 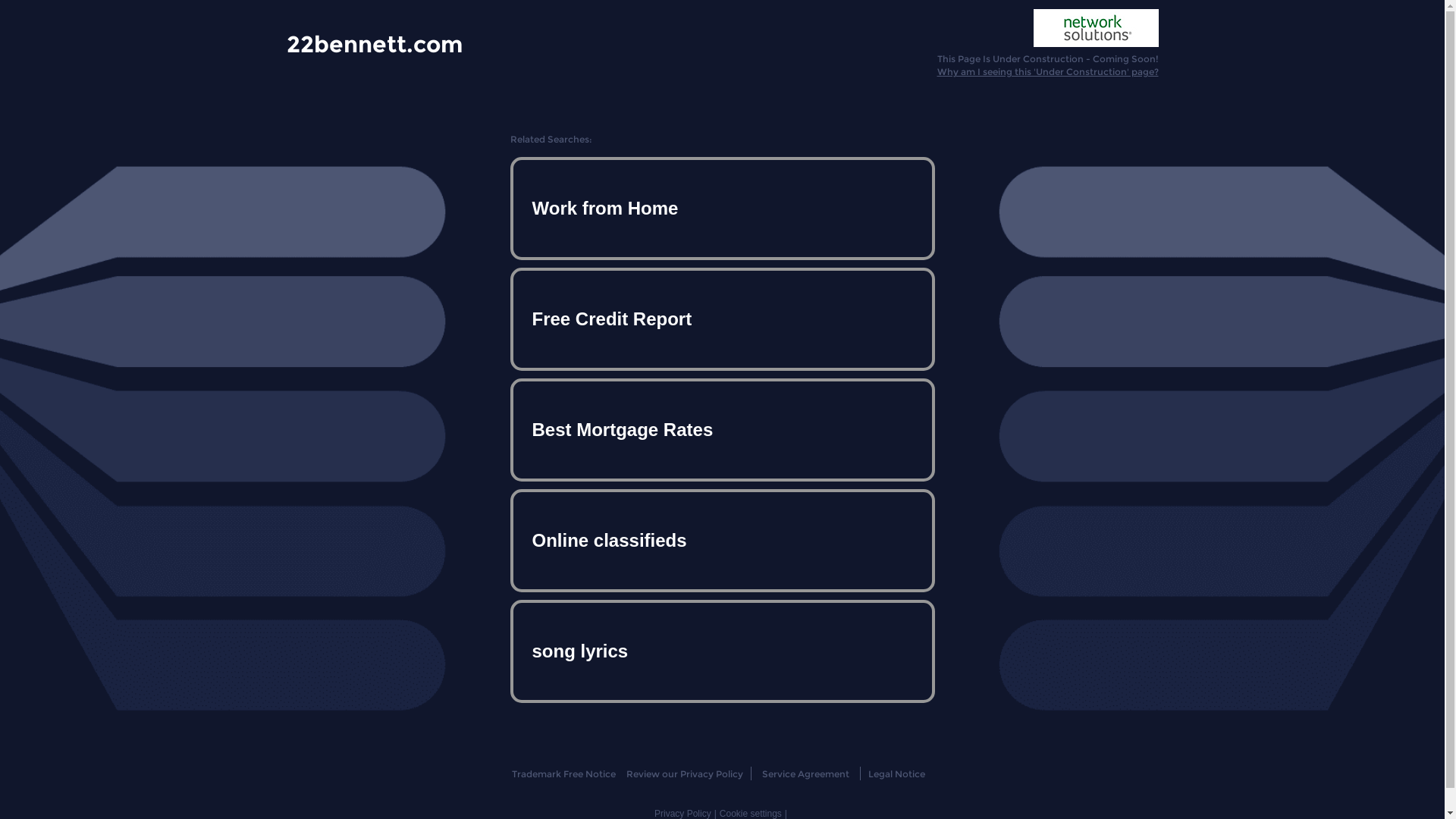 What do you see at coordinates (513, 540) in the screenshot?
I see `'Online classifieds'` at bounding box center [513, 540].